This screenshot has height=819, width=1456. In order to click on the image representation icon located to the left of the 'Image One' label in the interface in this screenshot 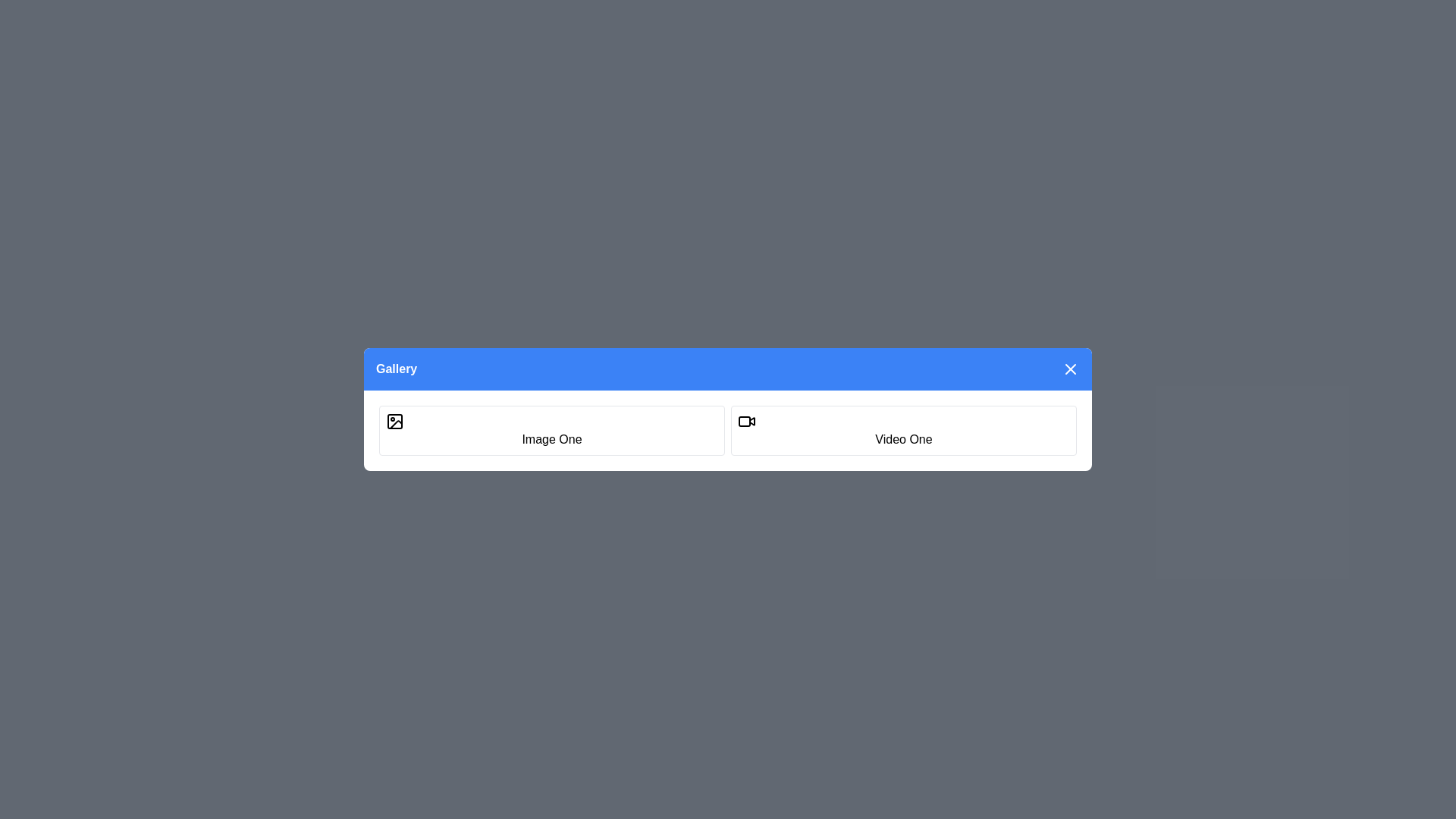, I will do `click(395, 421)`.